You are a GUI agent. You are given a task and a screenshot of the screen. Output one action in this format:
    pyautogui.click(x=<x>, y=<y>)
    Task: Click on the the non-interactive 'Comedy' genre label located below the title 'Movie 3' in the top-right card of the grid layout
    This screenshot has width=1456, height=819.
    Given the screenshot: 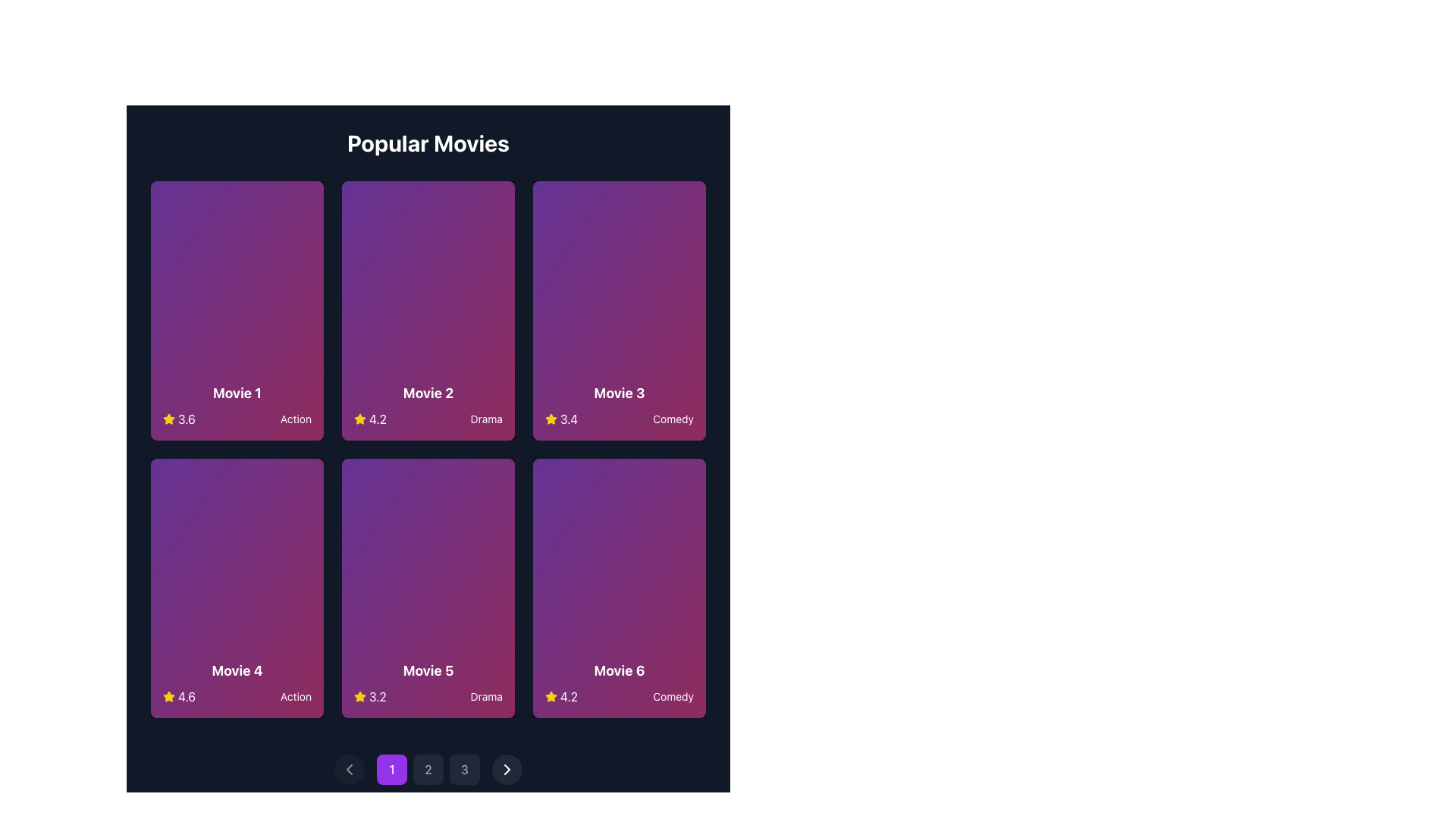 What is the action you would take?
    pyautogui.click(x=673, y=419)
    